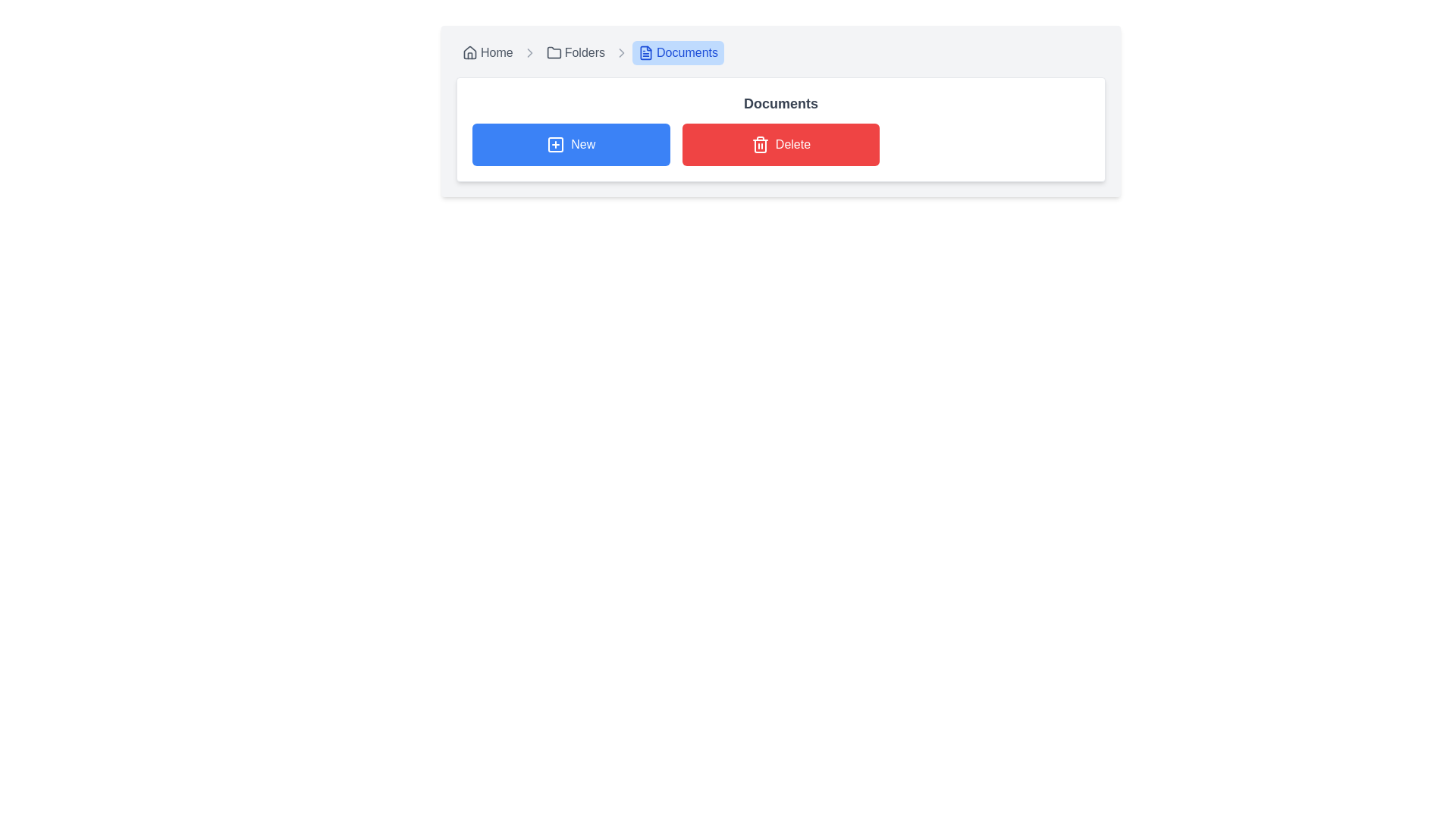  I want to click on the folder icon in the breadcrumb navigation bar, which is positioned between the home icon and the document icon, representing the 'Folders' section, so click(553, 52).